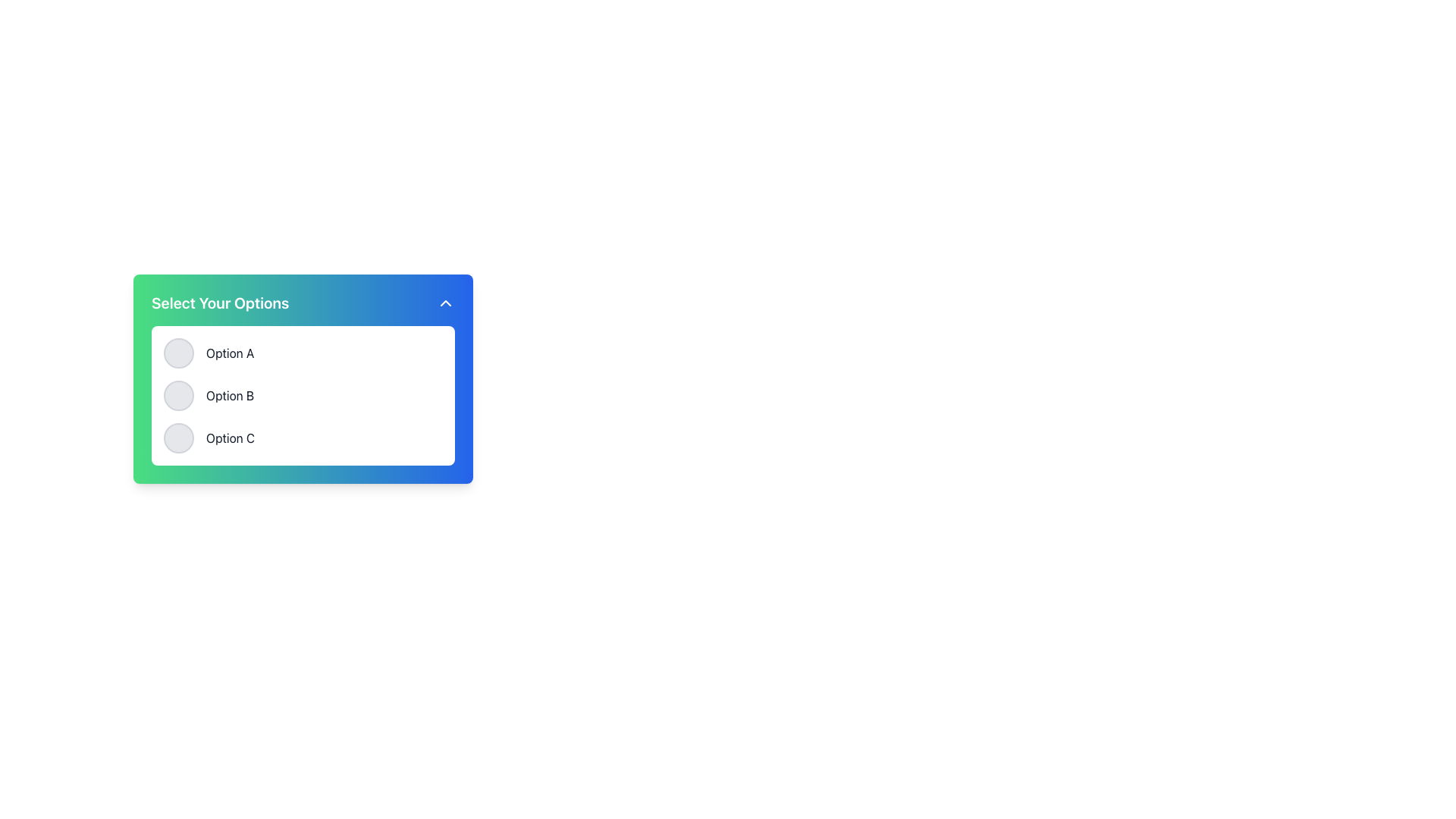  What do you see at coordinates (230, 438) in the screenshot?
I see `text label 'Option C' which serves as a description for the corresponding radio button in the vertical list of options` at bounding box center [230, 438].